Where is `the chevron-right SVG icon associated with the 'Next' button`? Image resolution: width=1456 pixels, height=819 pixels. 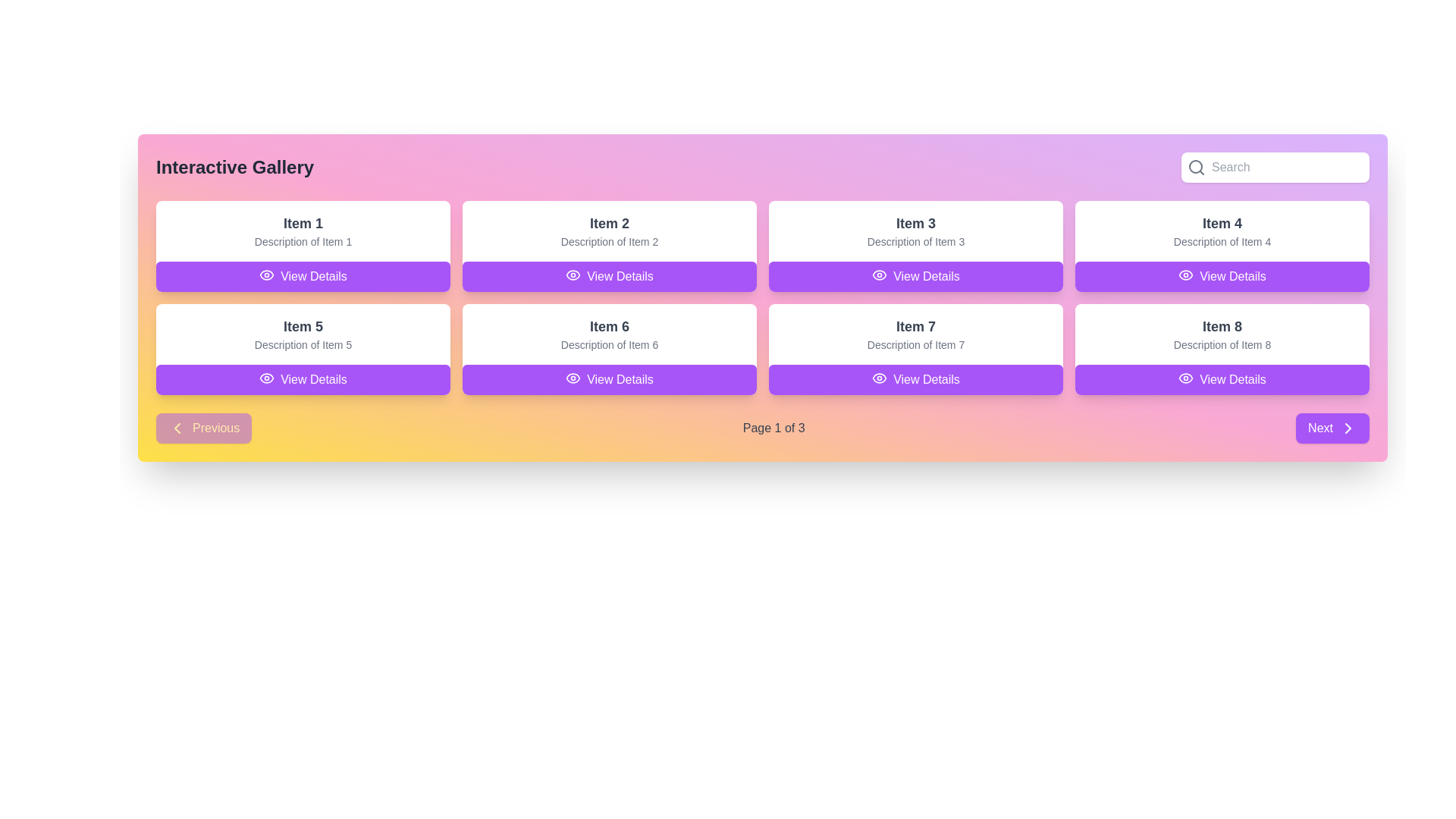 the chevron-right SVG icon associated with the 'Next' button is located at coordinates (1348, 428).